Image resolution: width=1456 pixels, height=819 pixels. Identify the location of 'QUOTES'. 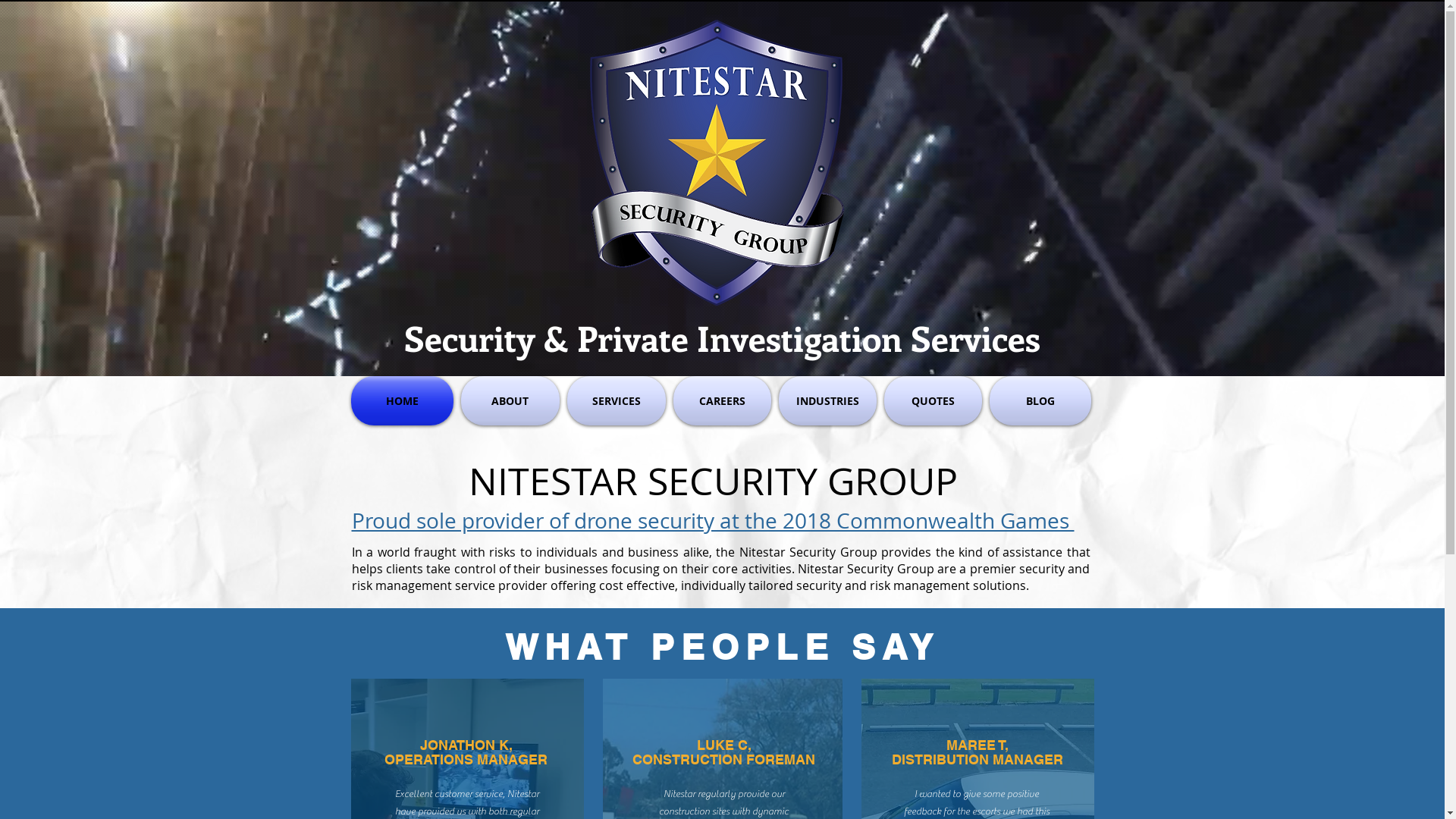
(931, 400).